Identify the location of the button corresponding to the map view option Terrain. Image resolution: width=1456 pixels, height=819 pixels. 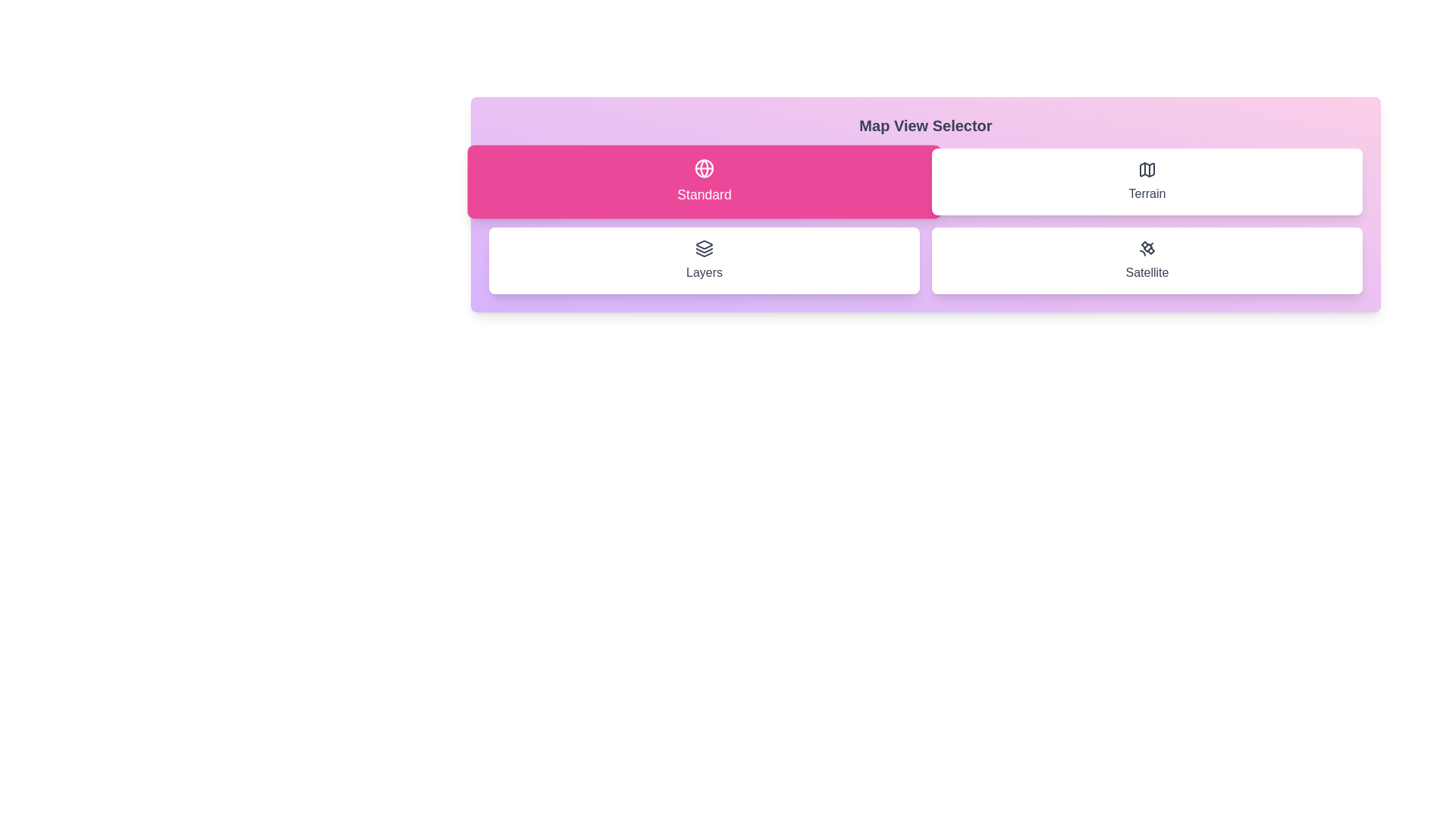
(1147, 180).